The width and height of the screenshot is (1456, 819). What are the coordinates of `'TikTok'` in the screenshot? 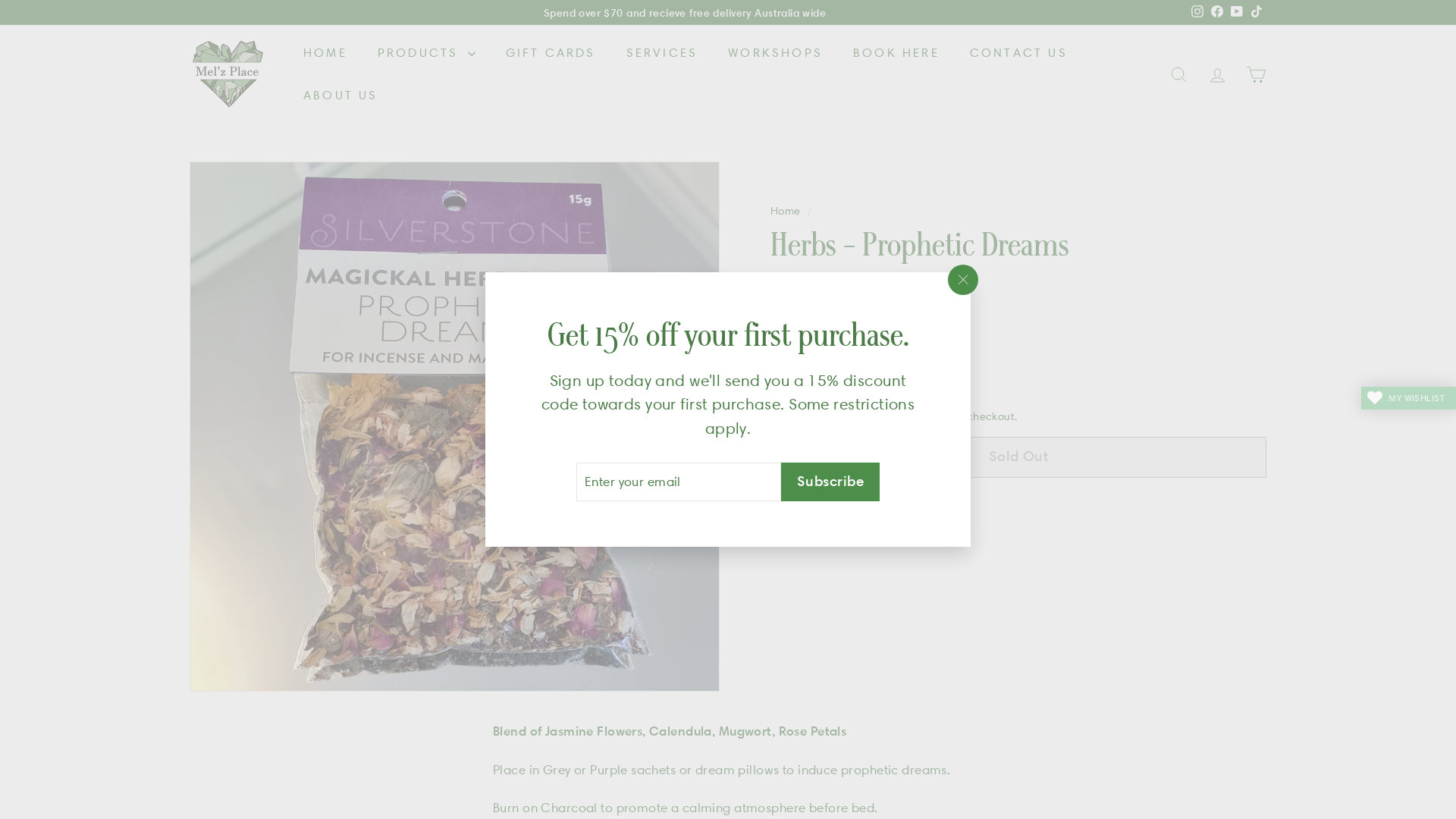 It's located at (1246, 12).